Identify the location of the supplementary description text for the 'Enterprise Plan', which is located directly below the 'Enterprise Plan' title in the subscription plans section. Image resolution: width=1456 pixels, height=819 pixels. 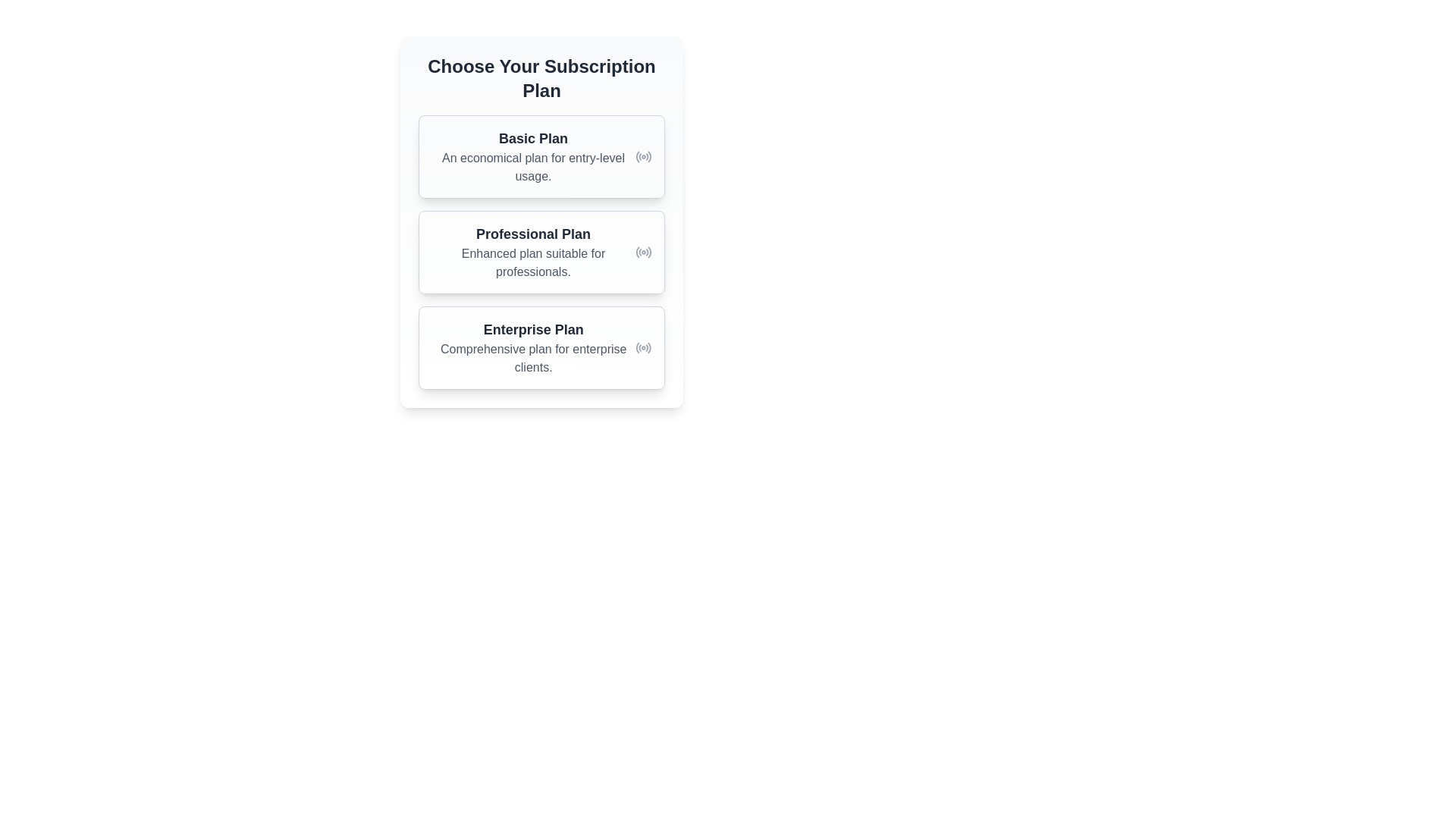
(533, 359).